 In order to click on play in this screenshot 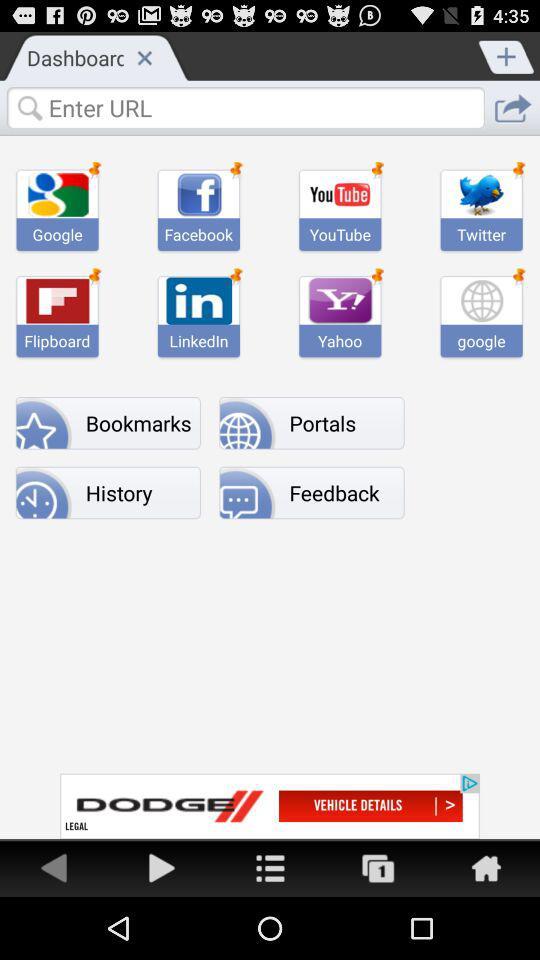, I will do `click(161, 866)`.